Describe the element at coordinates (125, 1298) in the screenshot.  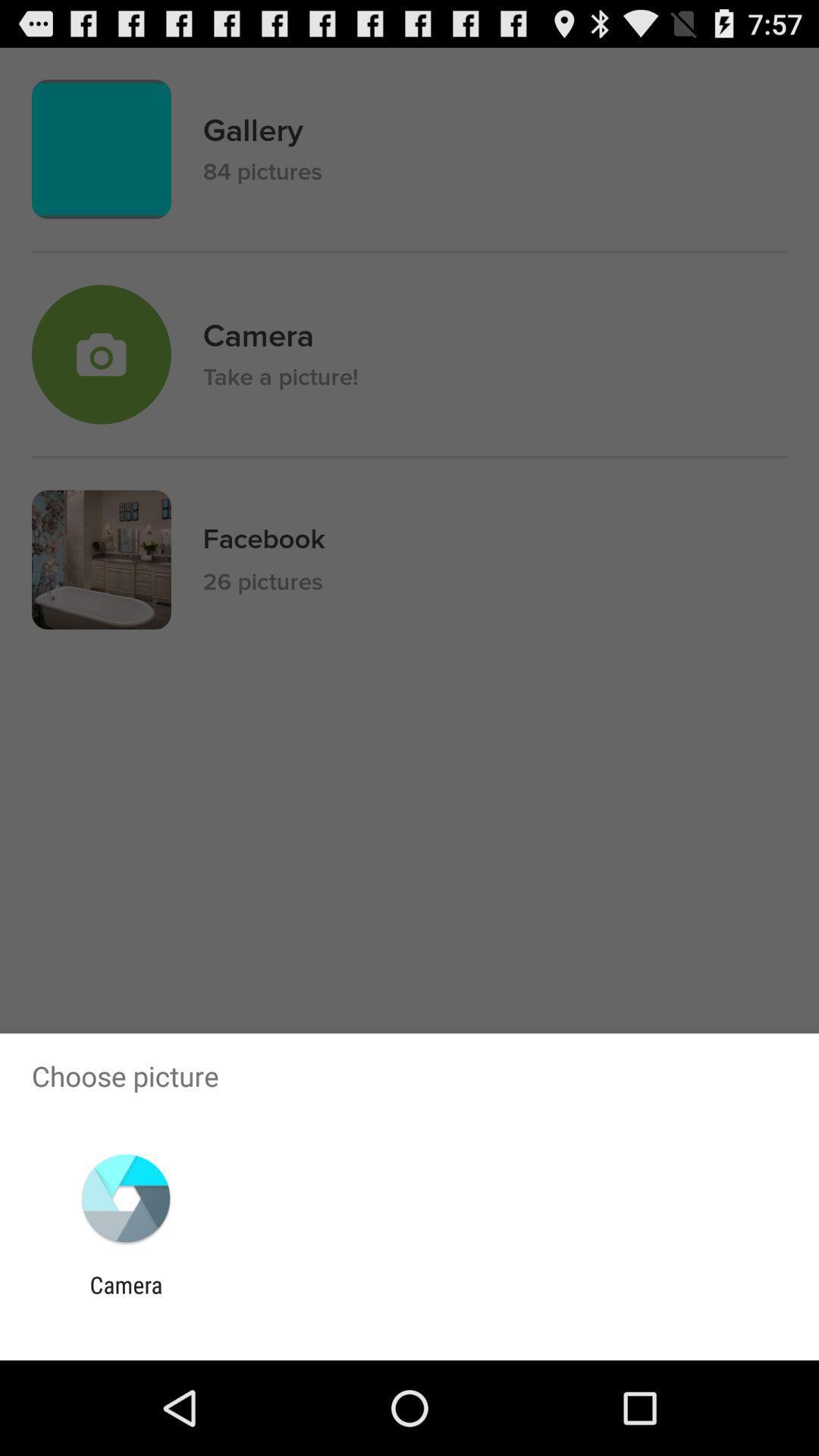
I see `camera` at that location.